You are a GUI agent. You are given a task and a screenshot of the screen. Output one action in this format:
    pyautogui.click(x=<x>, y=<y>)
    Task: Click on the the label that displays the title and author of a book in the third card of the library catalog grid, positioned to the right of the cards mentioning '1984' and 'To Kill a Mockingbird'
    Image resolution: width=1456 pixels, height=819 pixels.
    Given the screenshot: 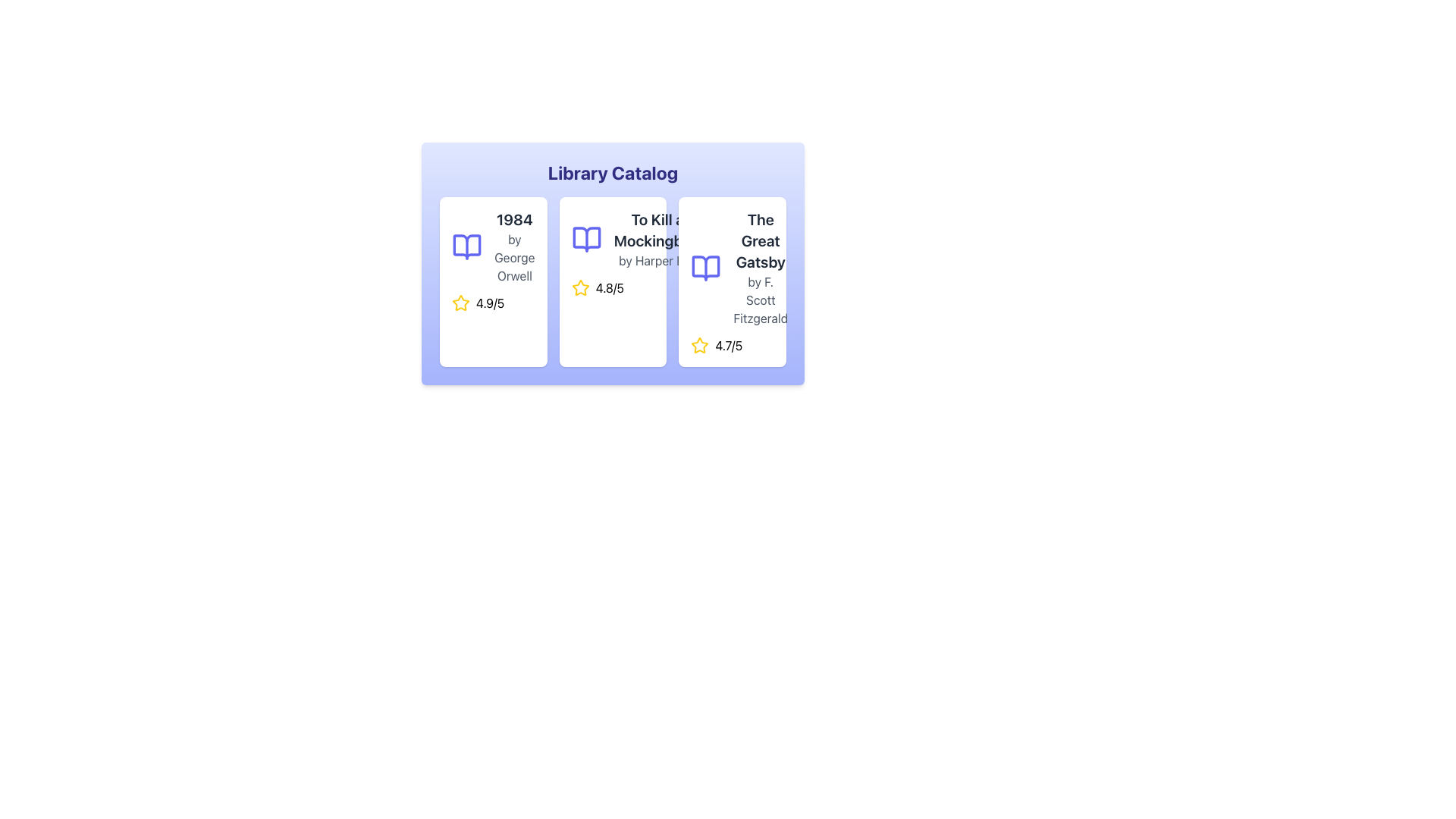 What is the action you would take?
    pyautogui.click(x=761, y=268)
    